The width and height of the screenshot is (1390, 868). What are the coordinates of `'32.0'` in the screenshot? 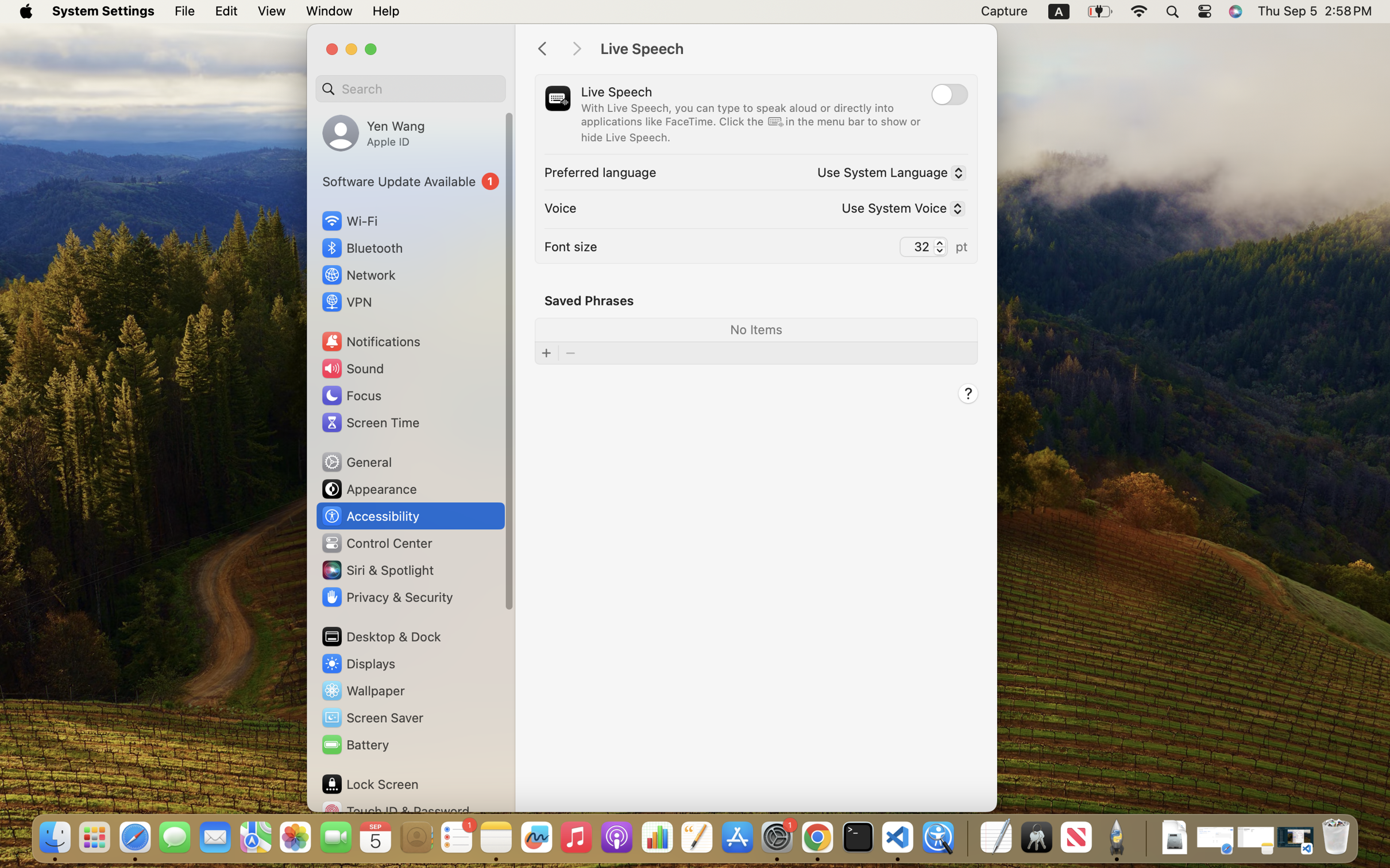 It's located at (939, 246).